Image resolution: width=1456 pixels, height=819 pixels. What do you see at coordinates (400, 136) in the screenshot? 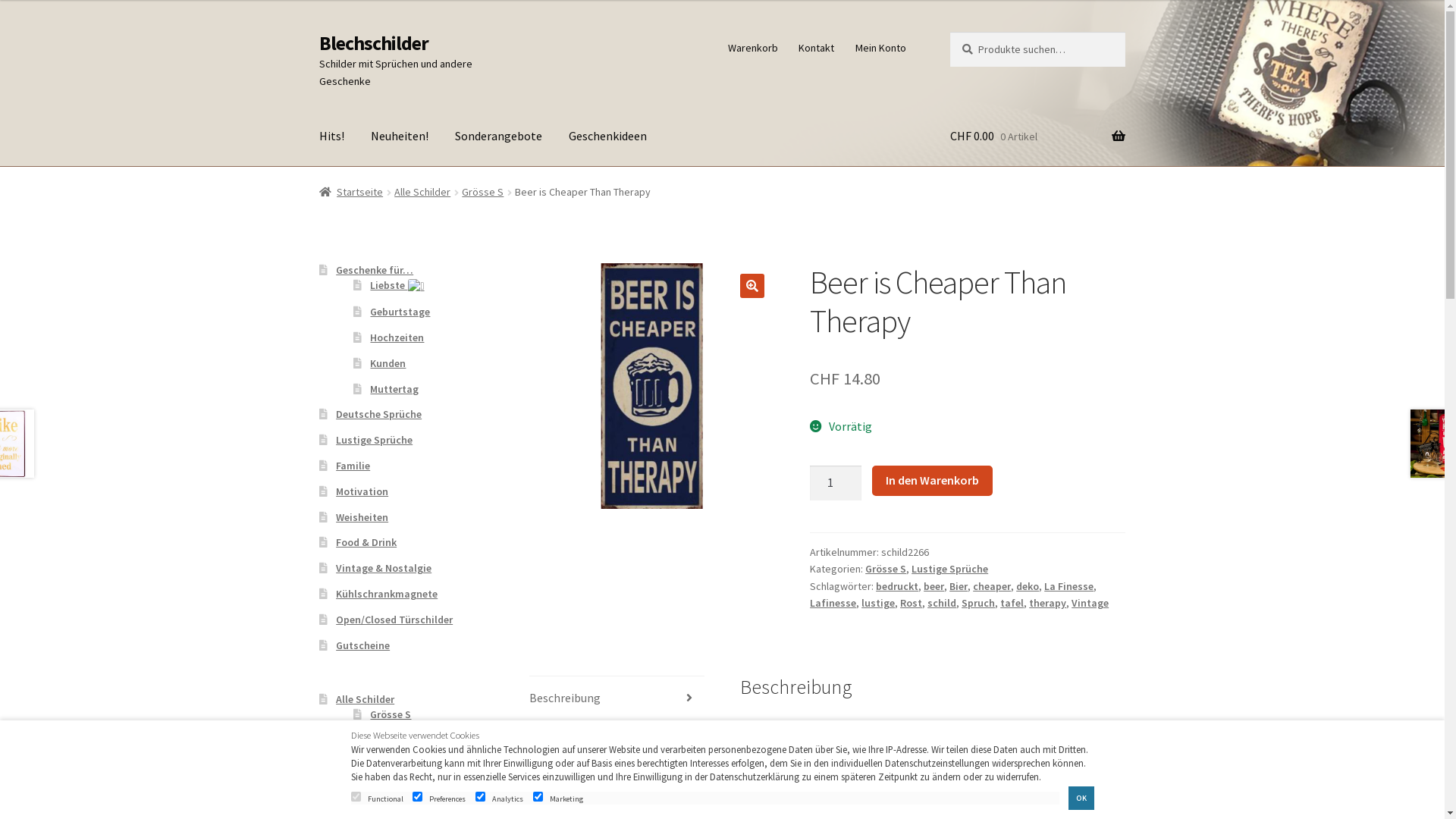
I see `'Neuheiten!'` at bounding box center [400, 136].